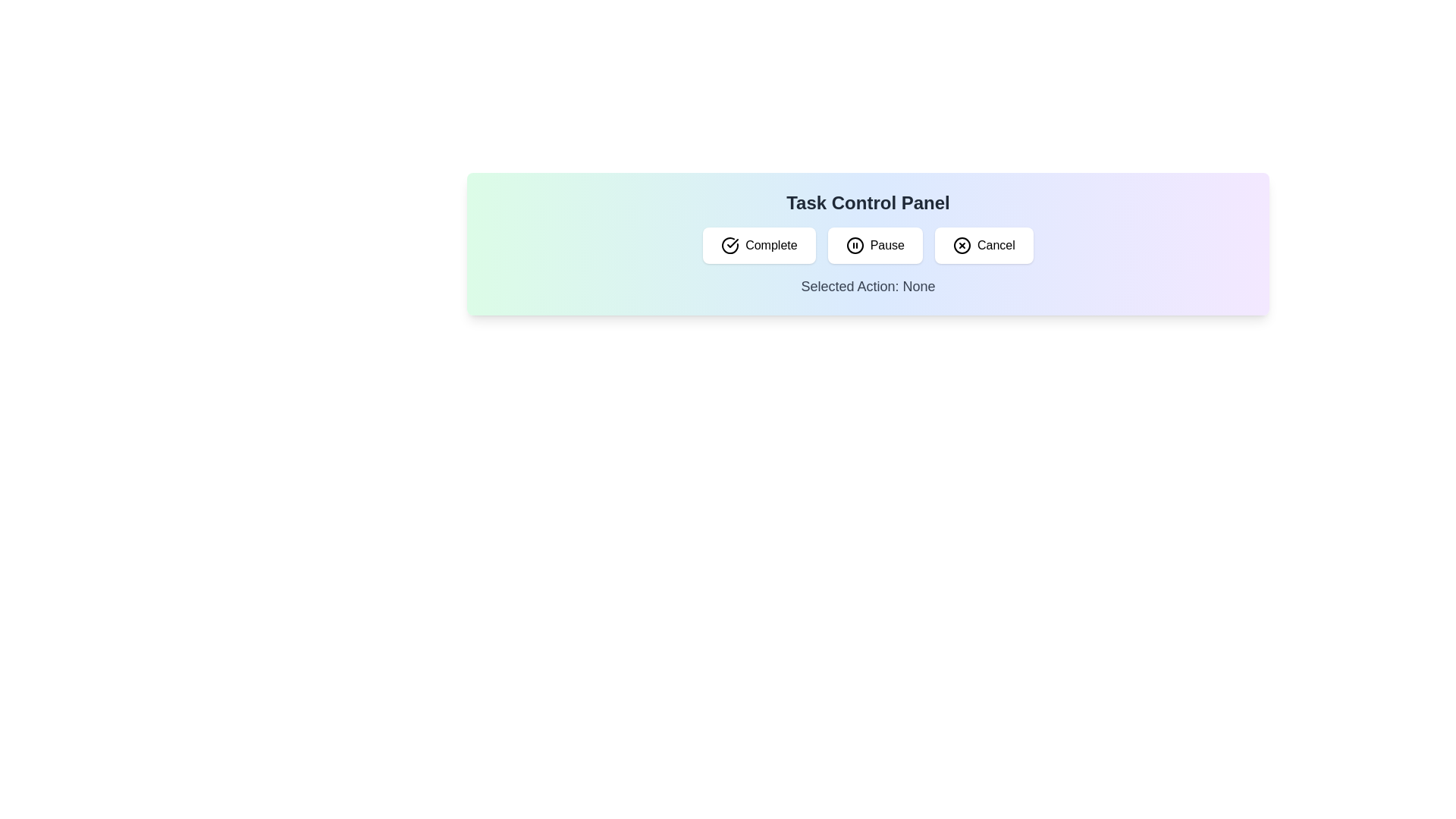  What do you see at coordinates (875, 245) in the screenshot?
I see `the 'Pause' button, which is a white rectangular button with rounded edges and a pause symbol` at bounding box center [875, 245].